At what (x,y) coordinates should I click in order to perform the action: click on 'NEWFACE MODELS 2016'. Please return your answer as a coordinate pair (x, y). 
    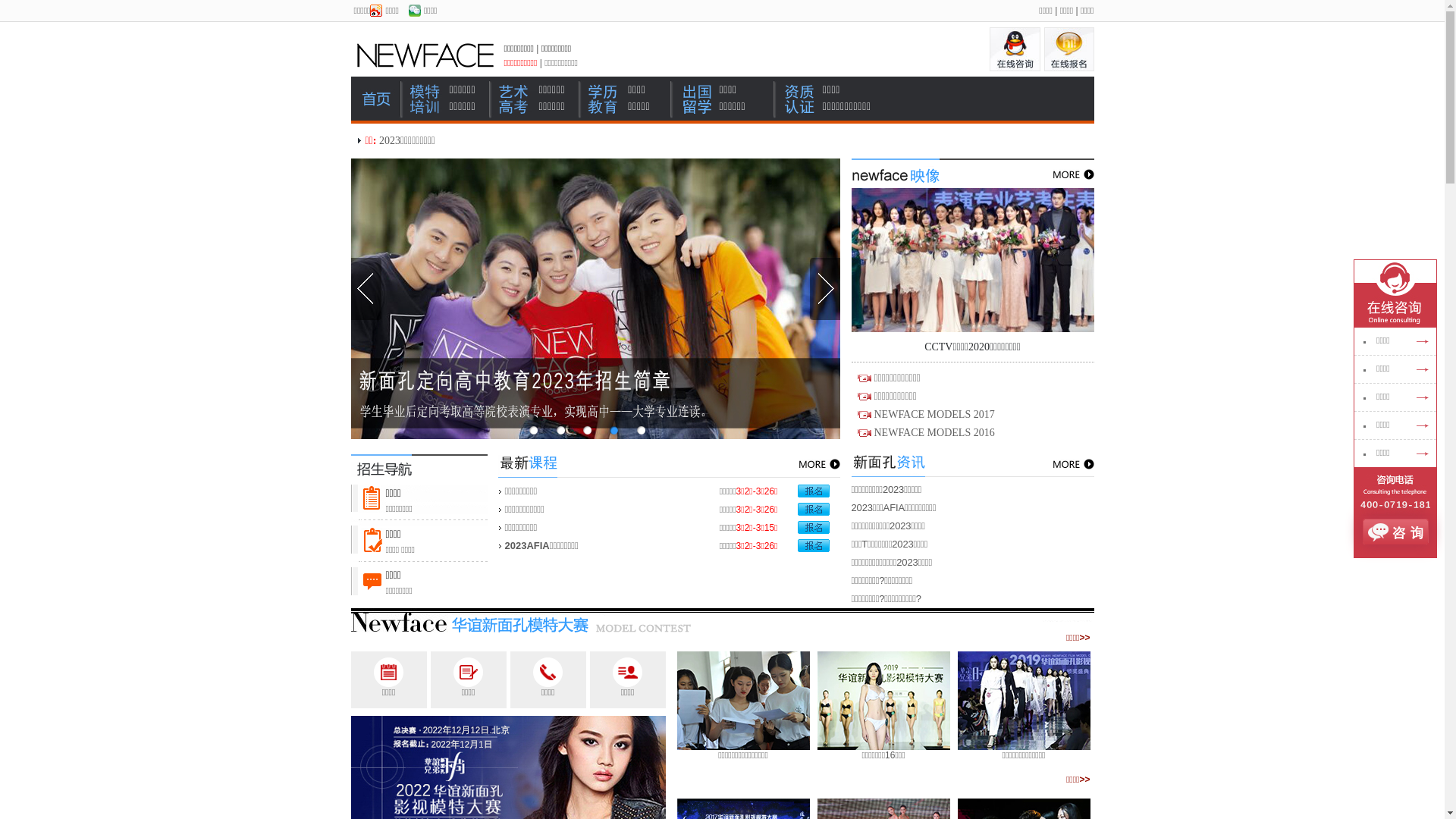
    Looking at the image, I should click on (933, 432).